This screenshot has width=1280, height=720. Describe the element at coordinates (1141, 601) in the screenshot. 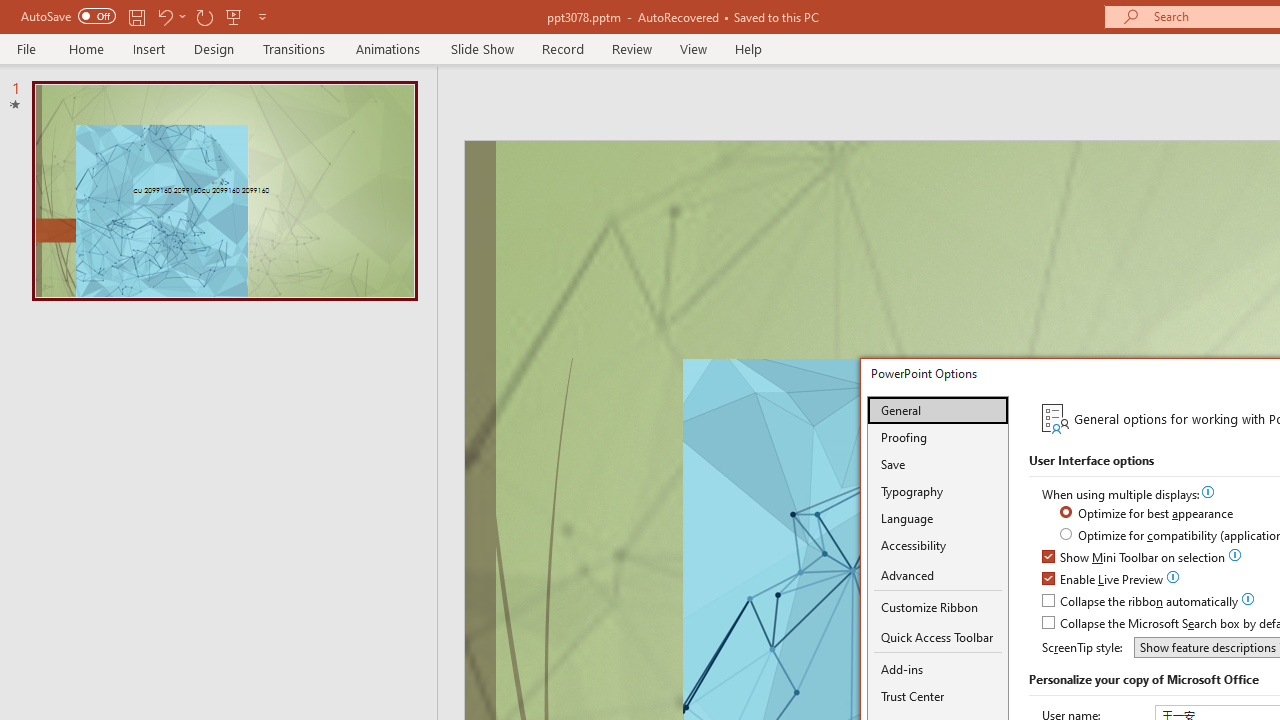

I see `'Collapse the ribbon automatically'` at that location.